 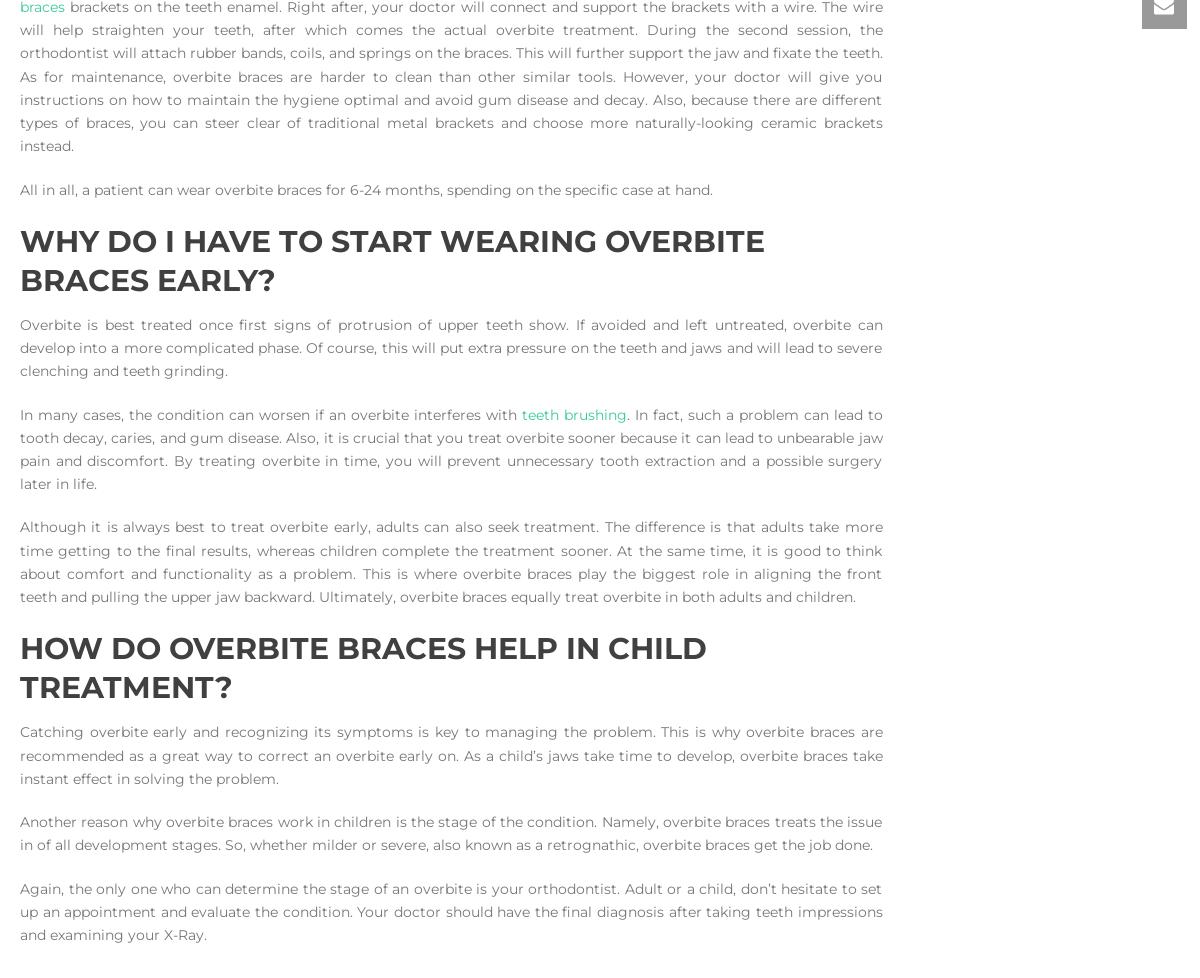 I want to click on 'How do Overbite Braces help in Child Treatment?', so click(x=363, y=667).